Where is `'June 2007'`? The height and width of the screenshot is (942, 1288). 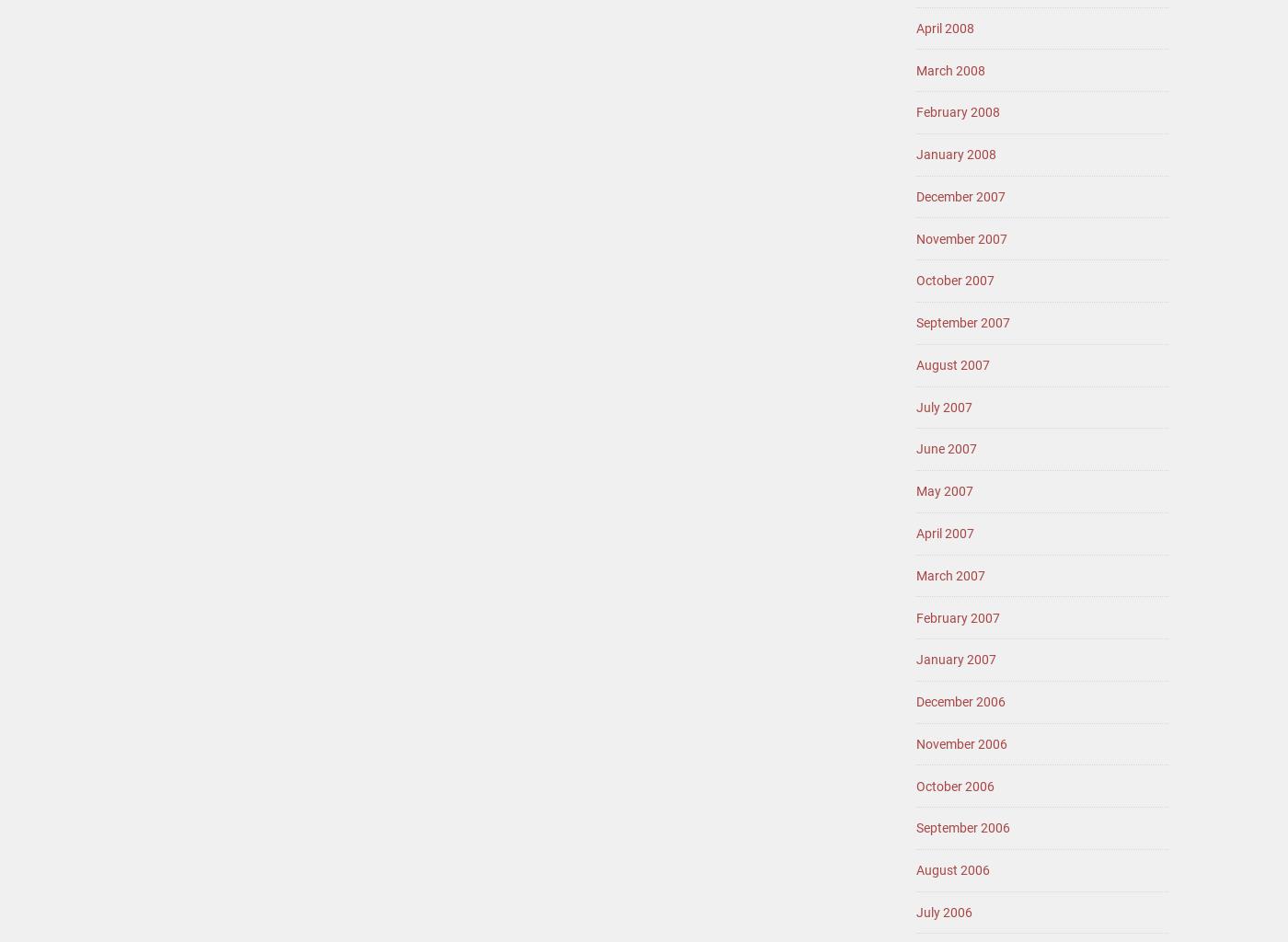
'June 2007' is located at coordinates (947, 448).